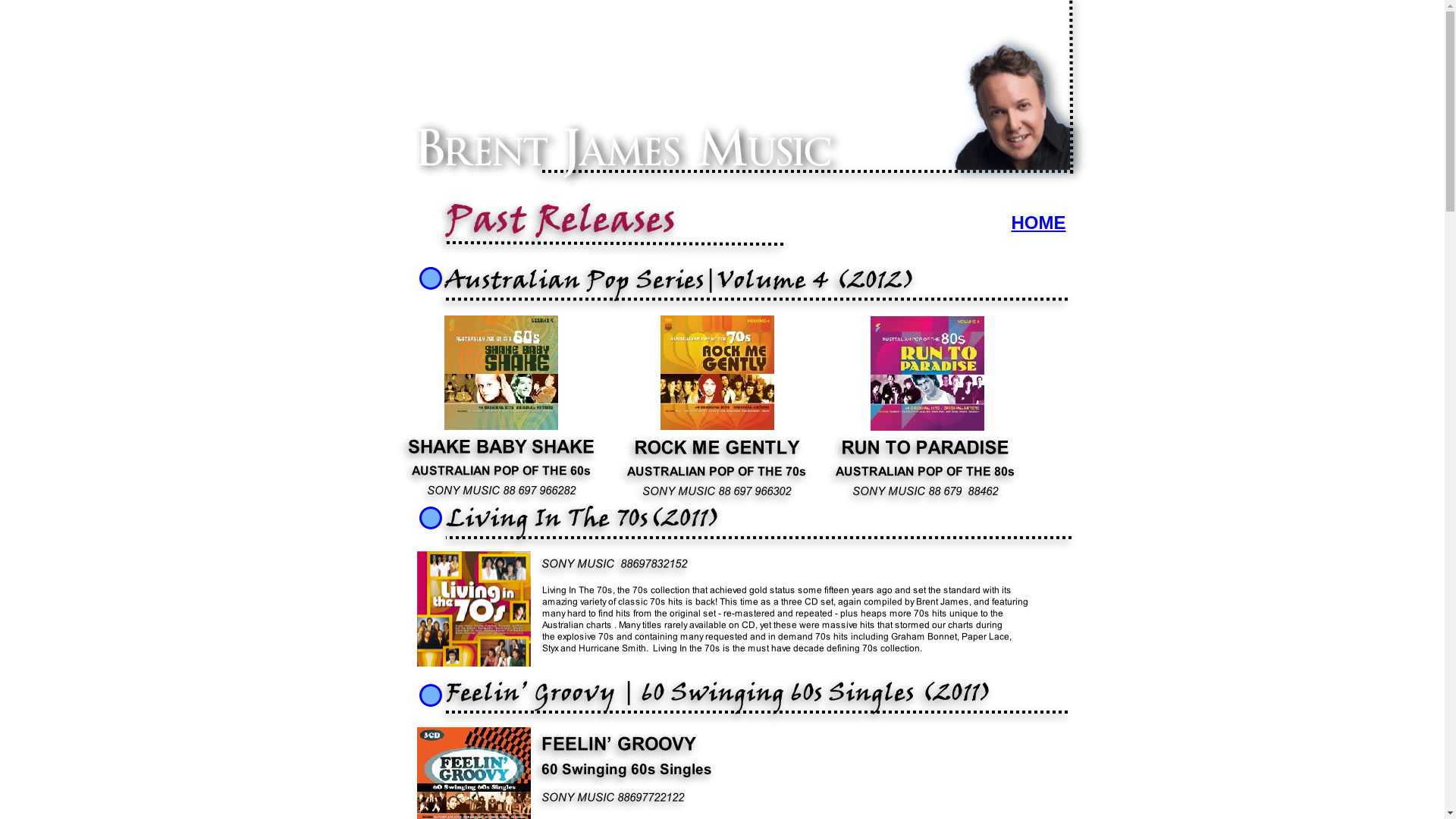  I want to click on 'HOME', so click(1012, 222).